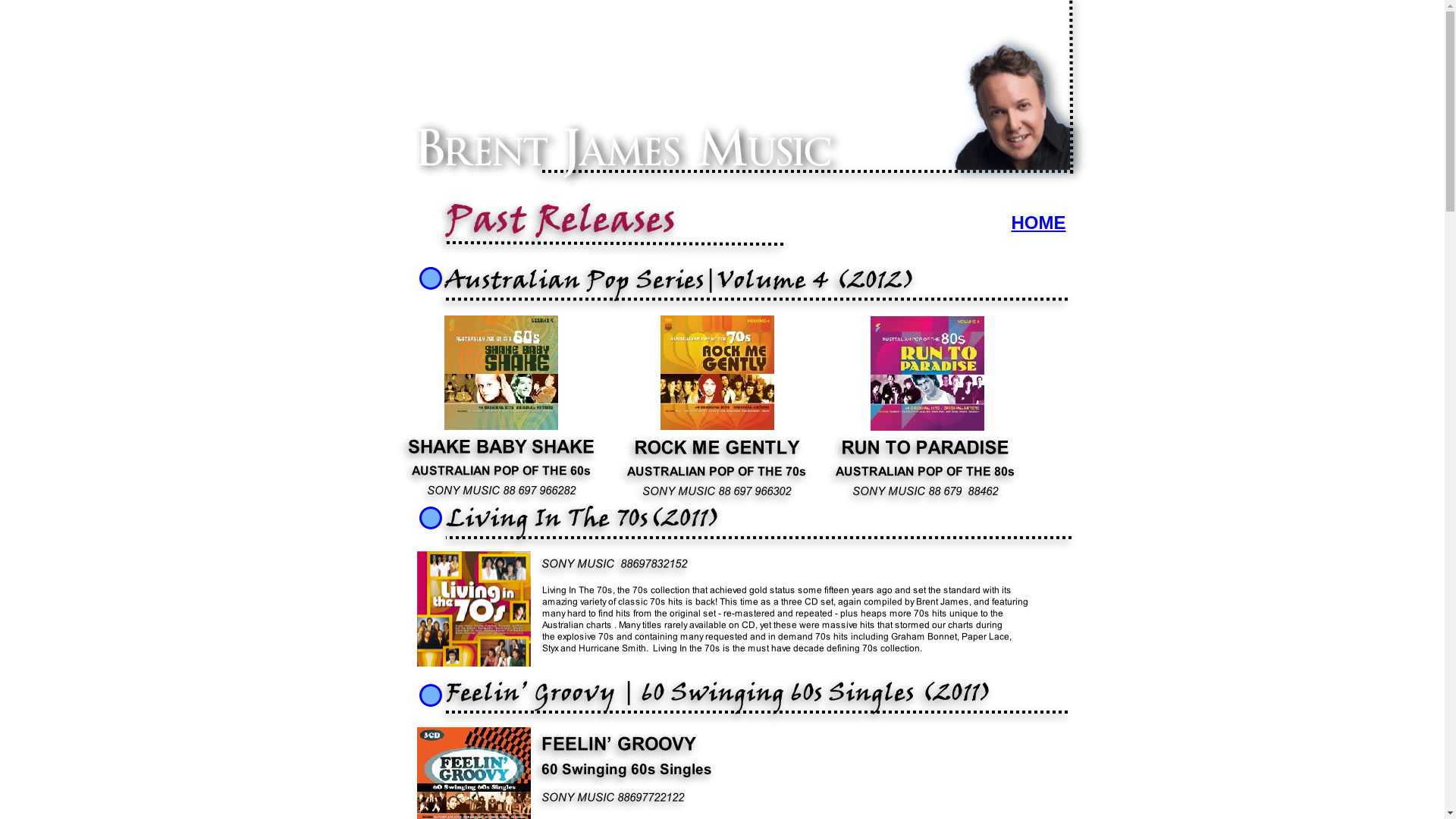  I want to click on 'HOME', so click(1012, 222).